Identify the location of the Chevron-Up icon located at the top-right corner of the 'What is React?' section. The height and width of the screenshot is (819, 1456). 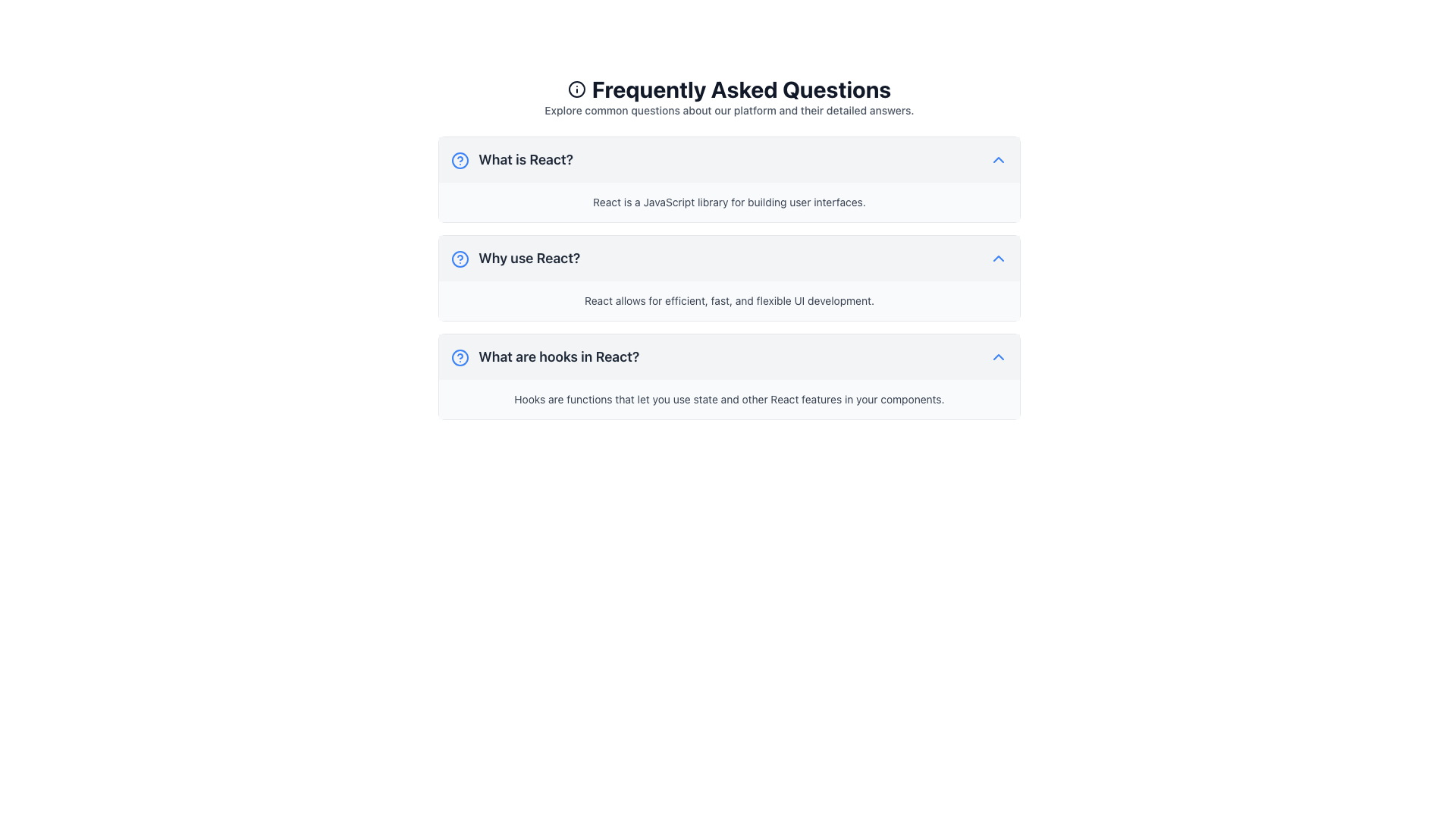
(998, 160).